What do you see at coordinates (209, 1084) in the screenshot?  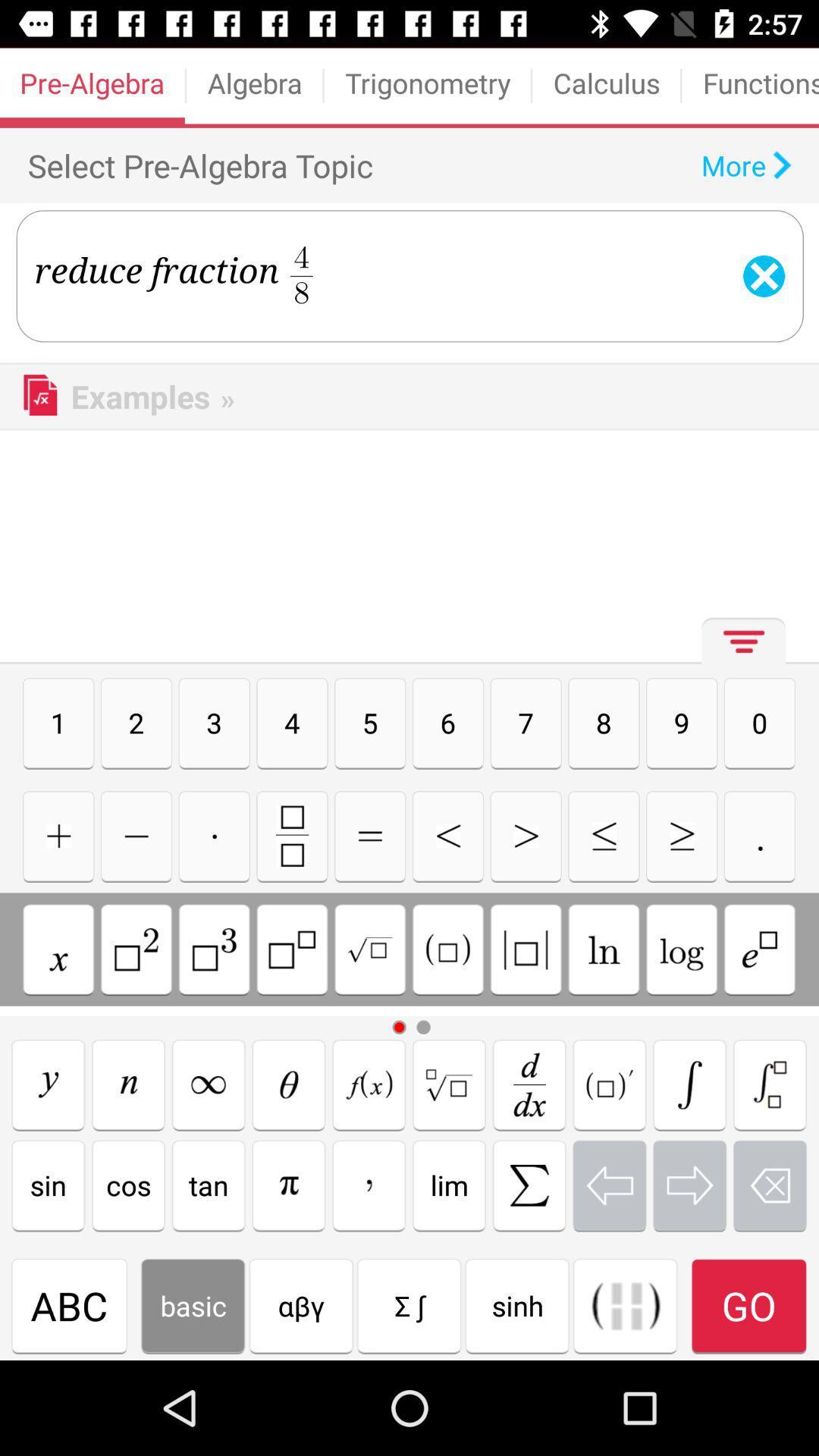 I see `write symbol` at bounding box center [209, 1084].